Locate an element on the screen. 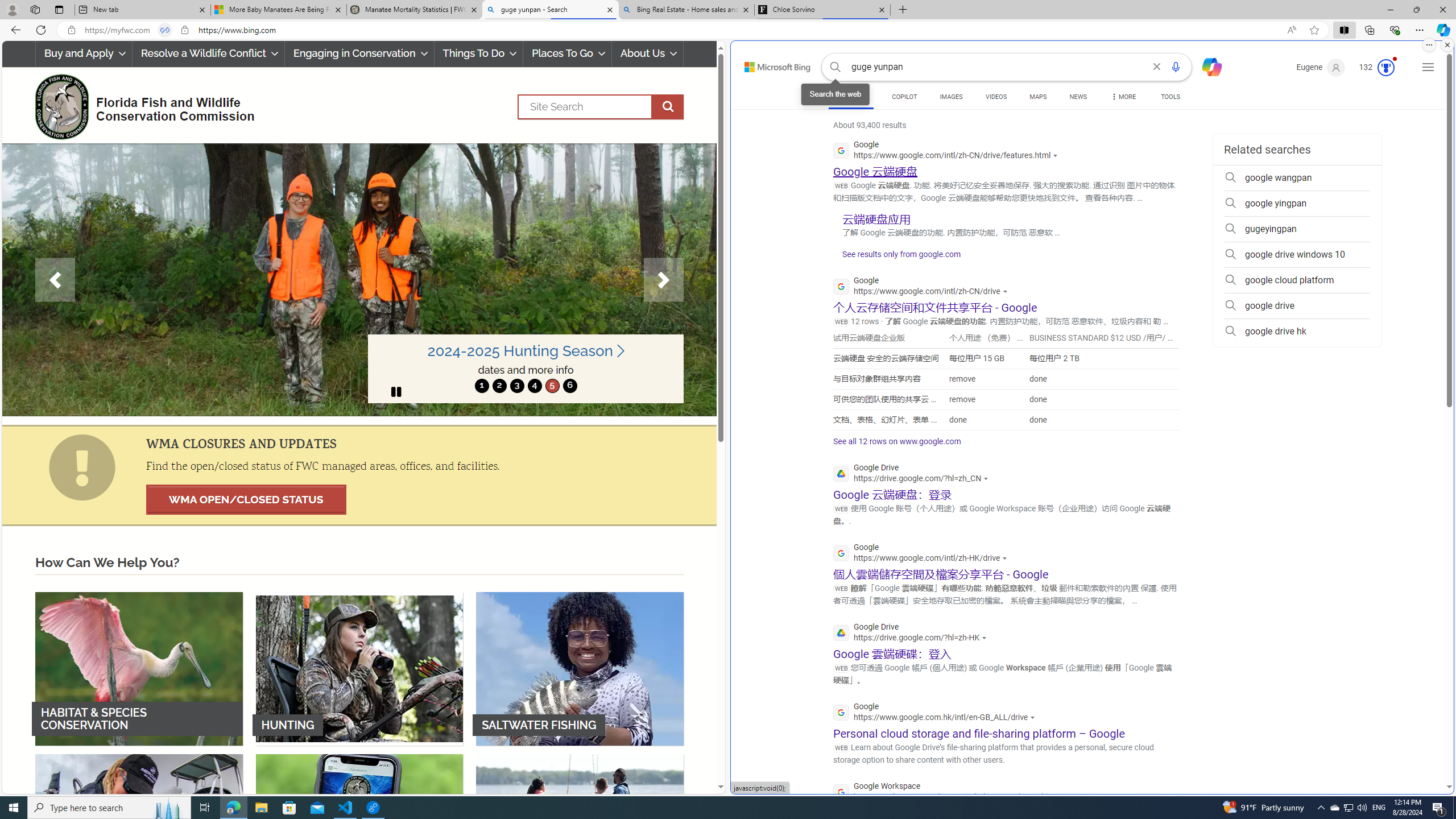  'SALTWATER FISHING' is located at coordinates (580, 668).